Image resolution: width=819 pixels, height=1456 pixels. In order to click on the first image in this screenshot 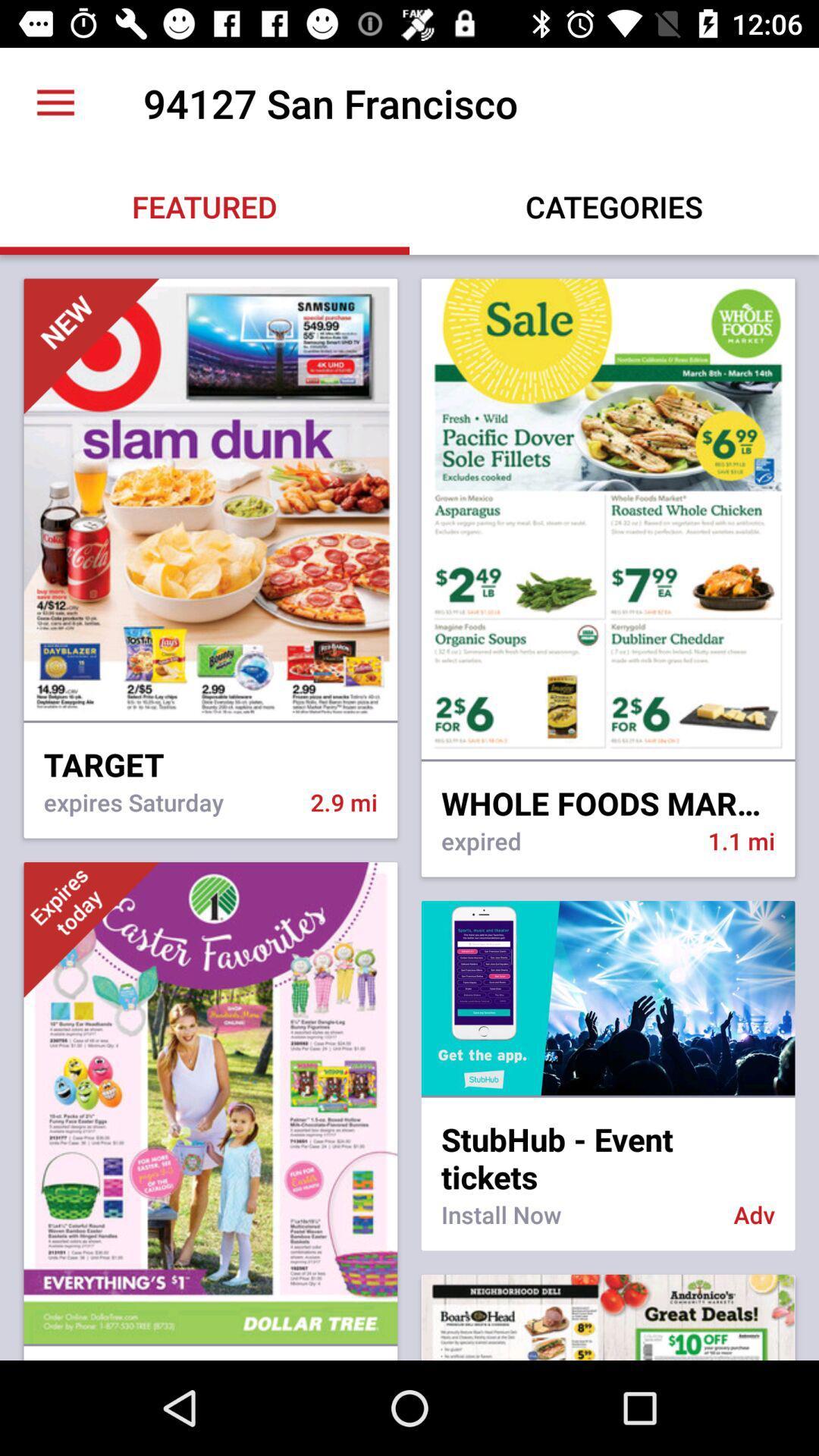, I will do `click(210, 558)`.